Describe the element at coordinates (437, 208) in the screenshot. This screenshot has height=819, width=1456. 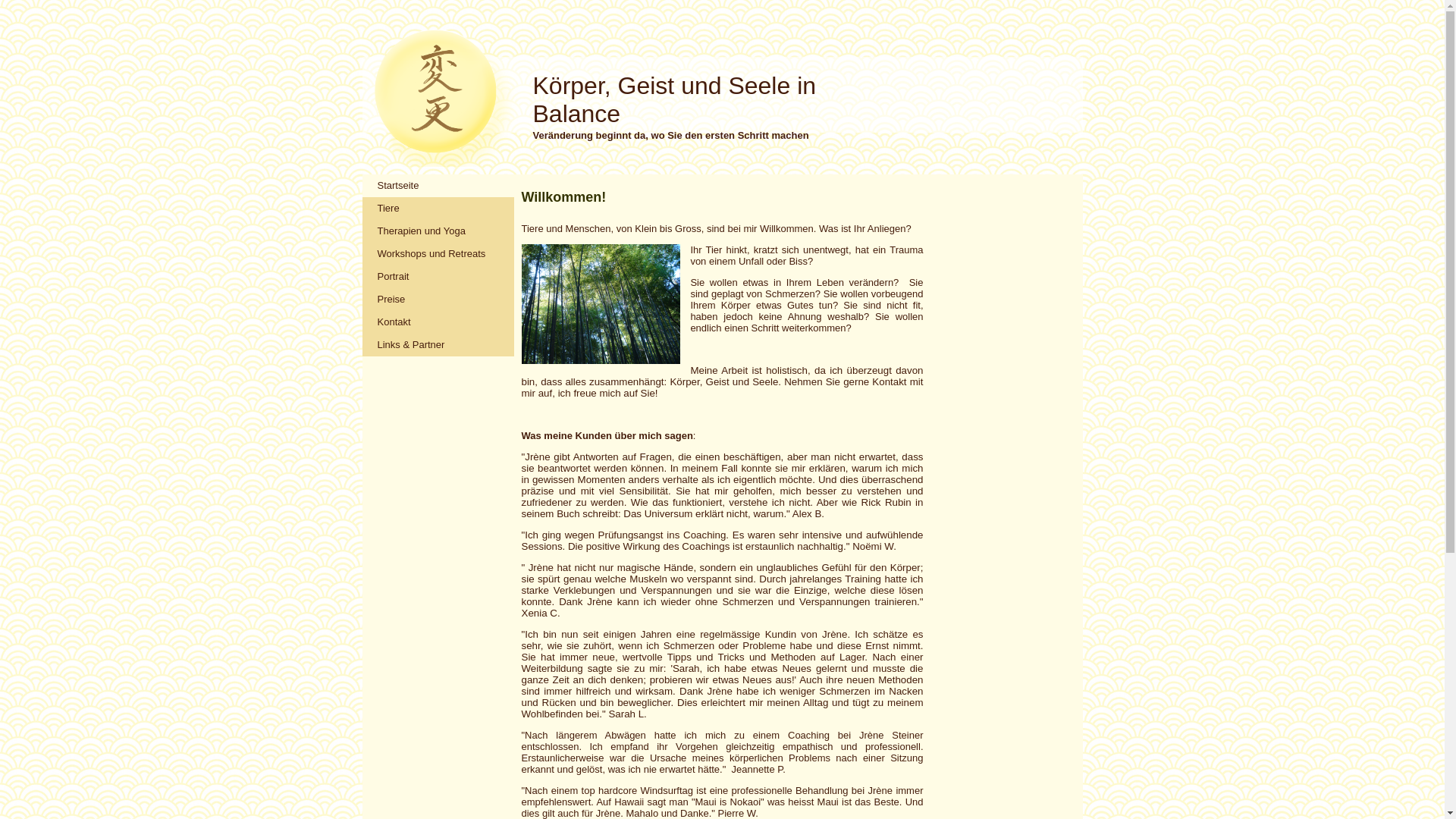
I see `'Tiere'` at that location.